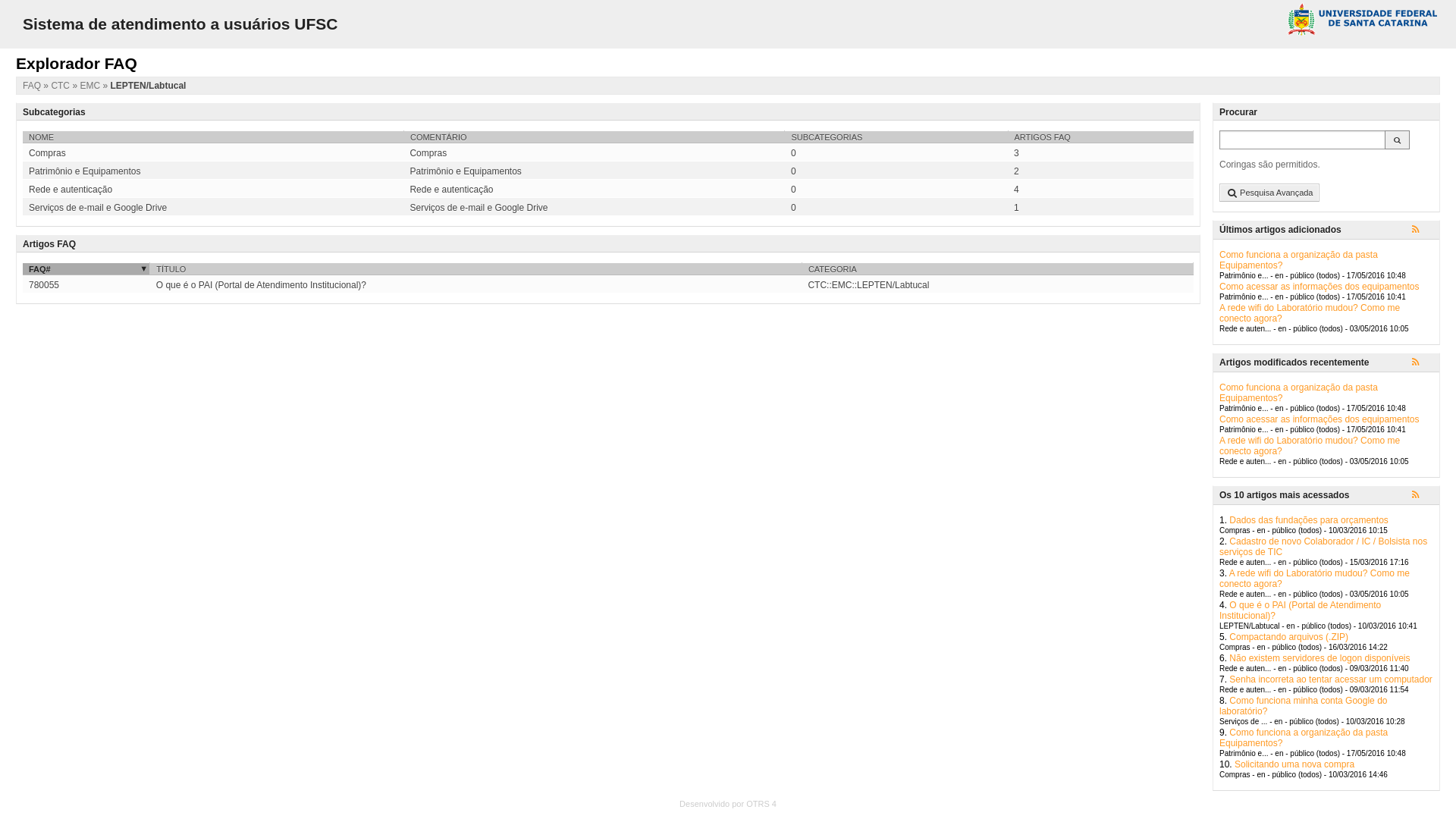  Describe the element at coordinates (85, 268) in the screenshot. I see `'FAQ#'` at that location.